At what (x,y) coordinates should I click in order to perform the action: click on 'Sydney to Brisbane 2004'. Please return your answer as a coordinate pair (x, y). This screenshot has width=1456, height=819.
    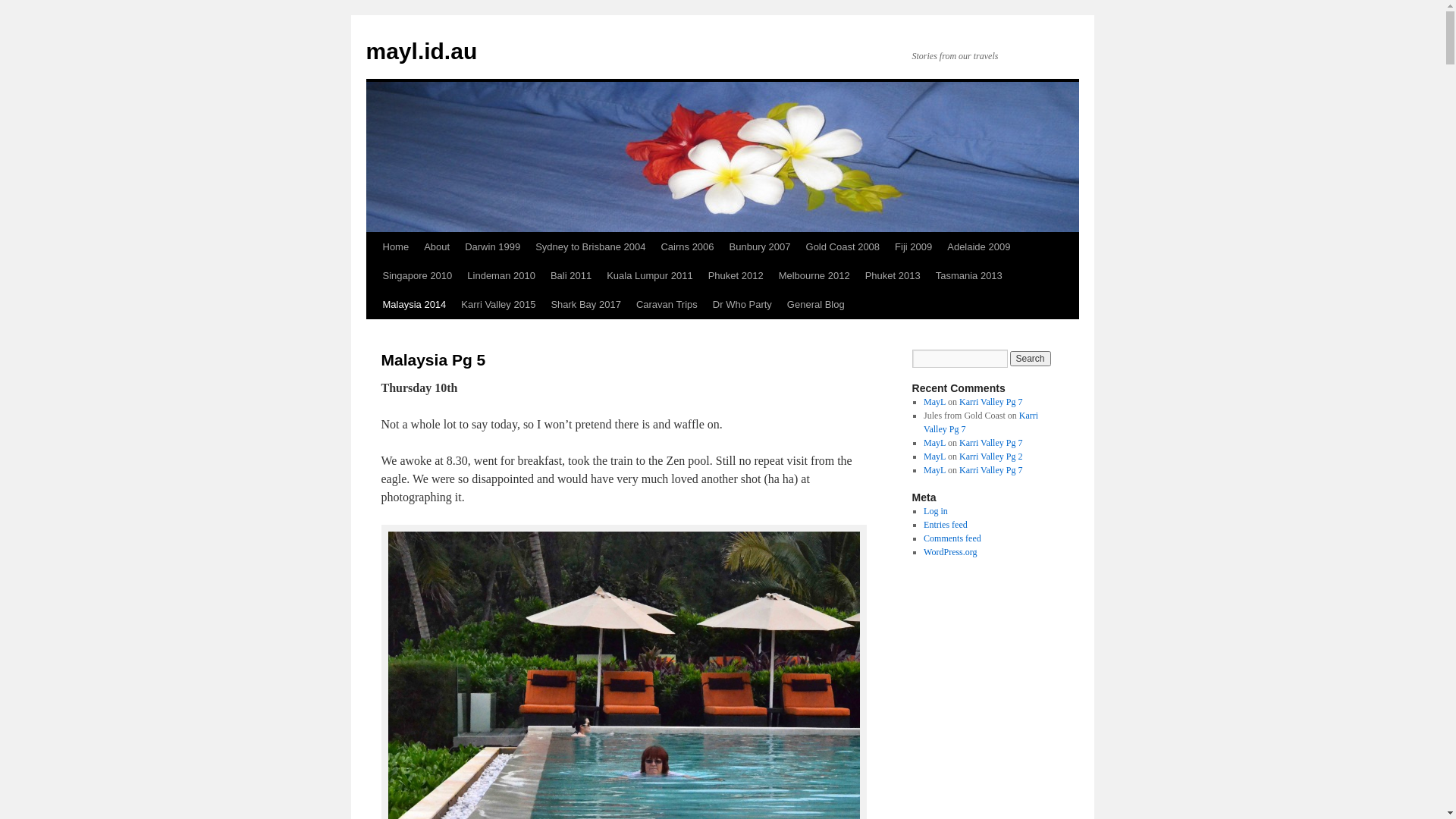
    Looking at the image, I should click on (589, 246).